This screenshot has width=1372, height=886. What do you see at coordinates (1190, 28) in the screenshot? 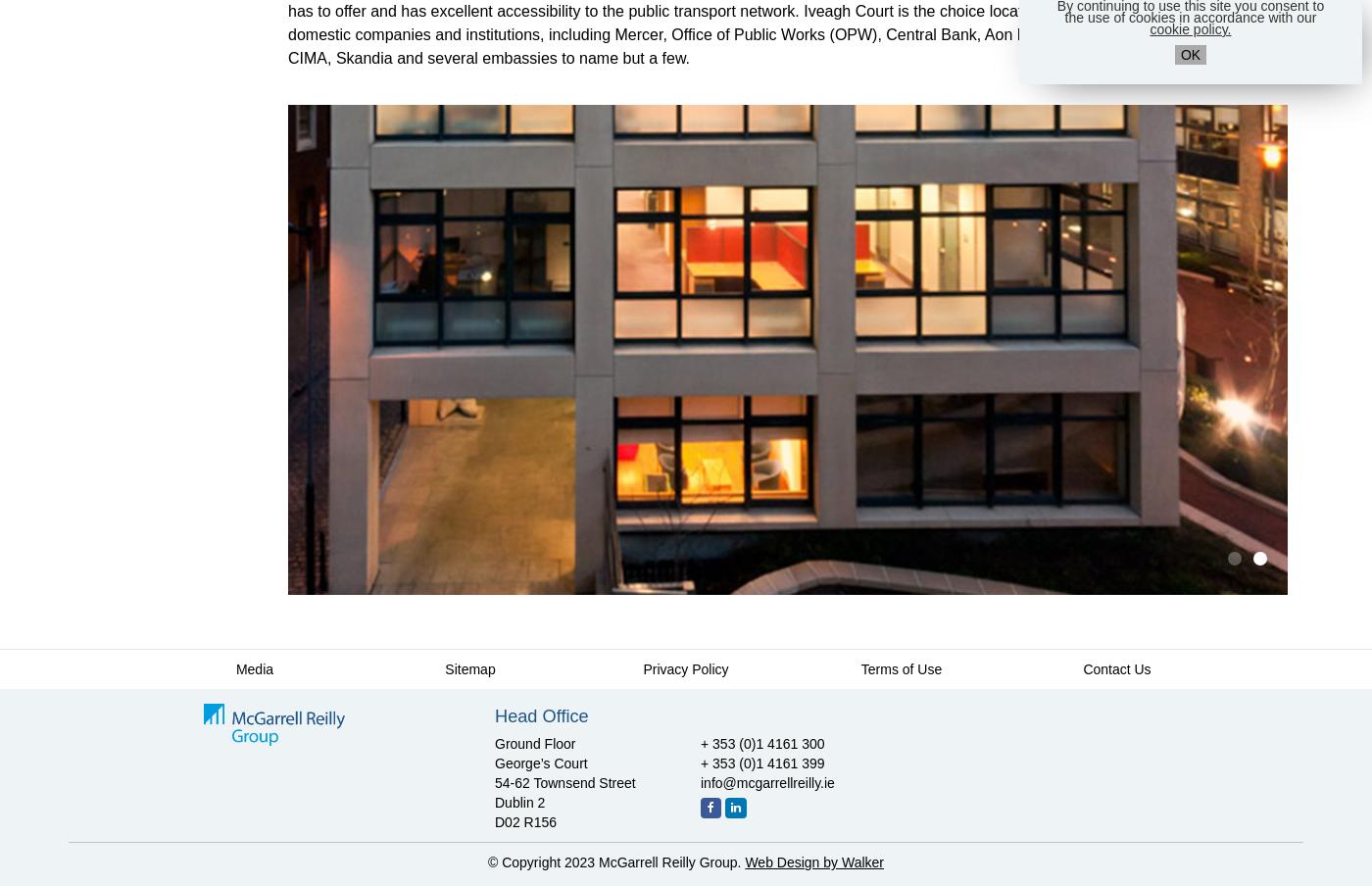
I see `'cookie policy.'` at bounding box center [1190, 28].